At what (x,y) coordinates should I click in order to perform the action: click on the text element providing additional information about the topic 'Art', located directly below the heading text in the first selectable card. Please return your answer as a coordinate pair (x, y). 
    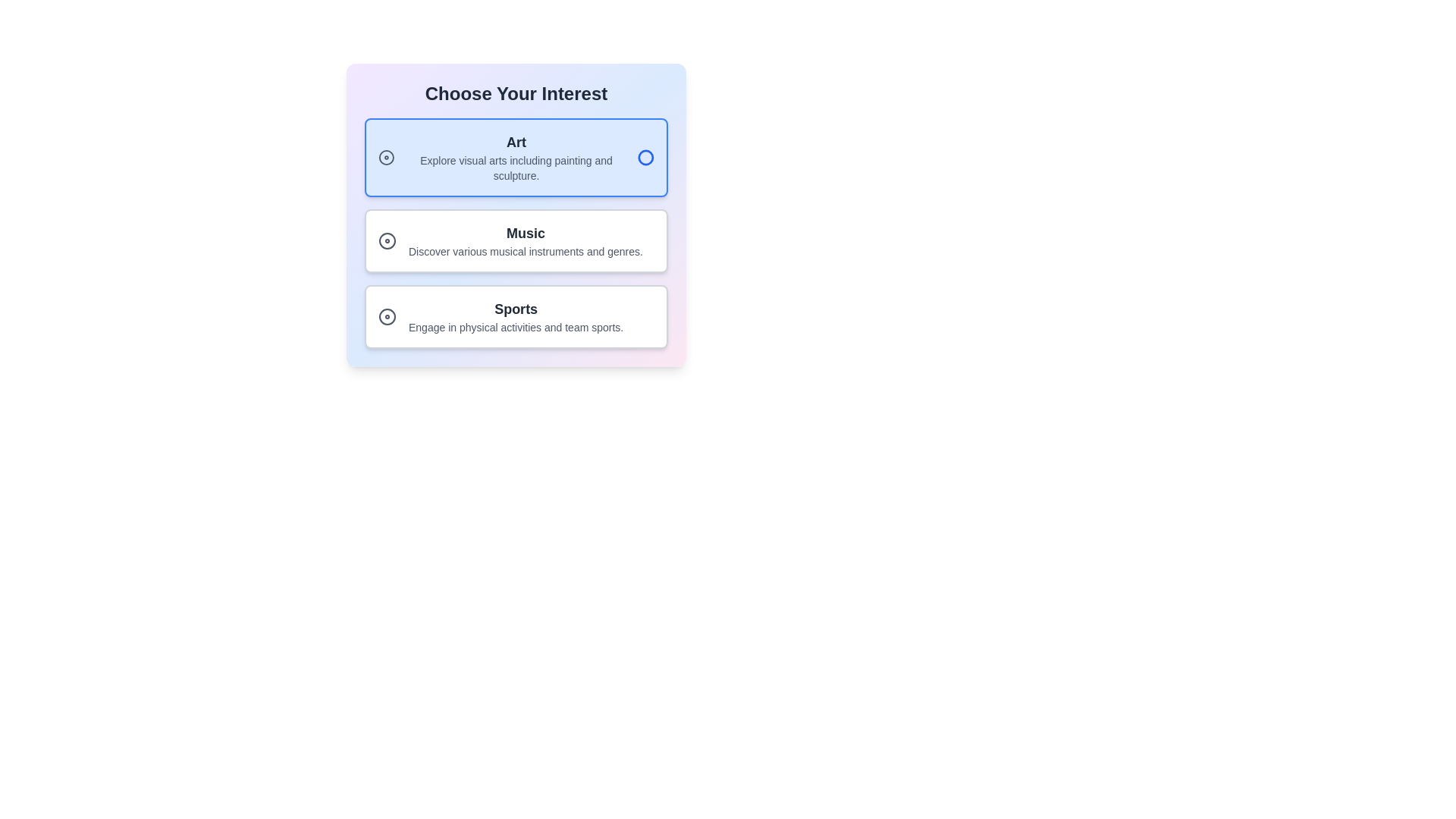
    Looking at the image, I should click on (516, 168).